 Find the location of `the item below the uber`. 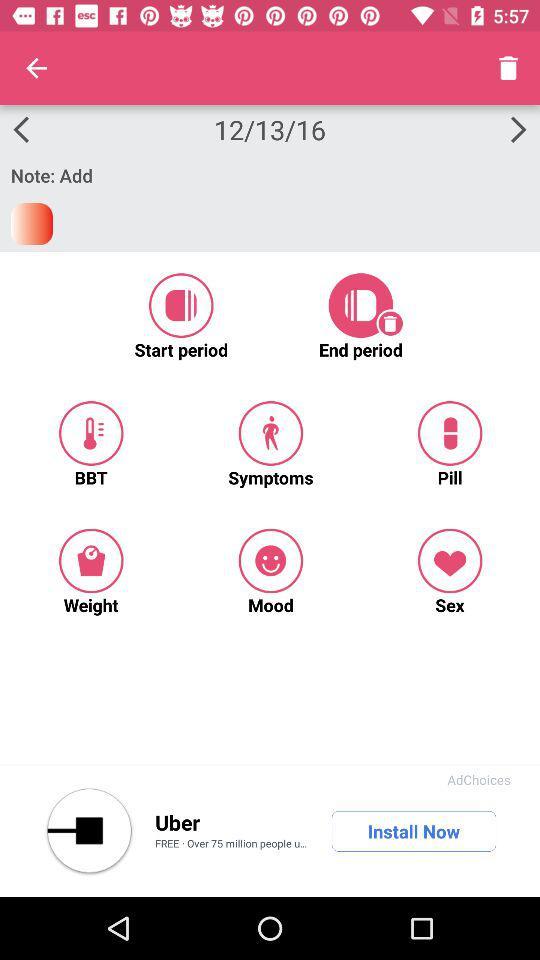

the item below the uber is located at coordinates (232, 844).